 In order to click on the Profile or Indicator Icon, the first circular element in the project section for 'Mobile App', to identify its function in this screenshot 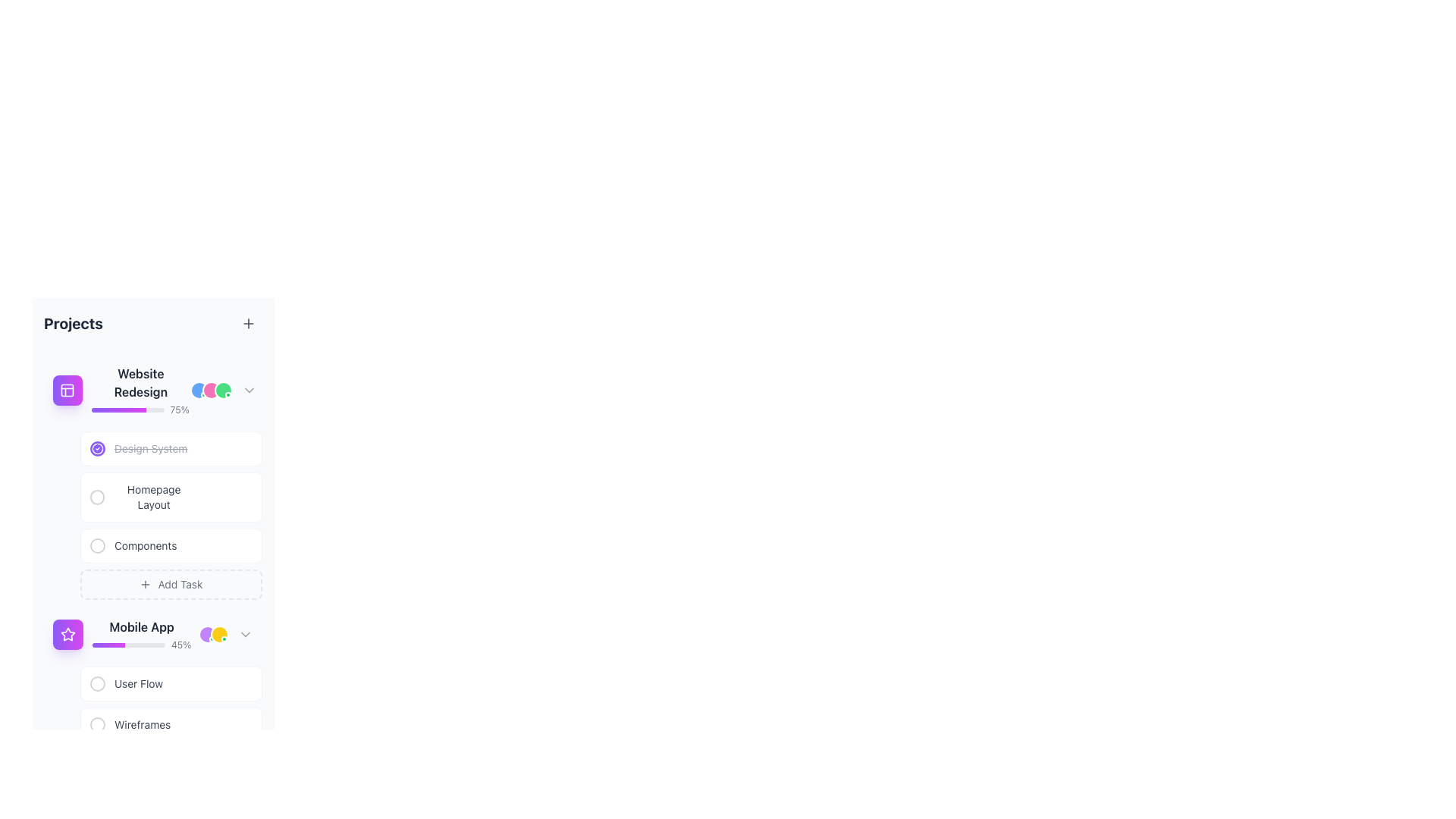, I will do `click(206, 635)`.